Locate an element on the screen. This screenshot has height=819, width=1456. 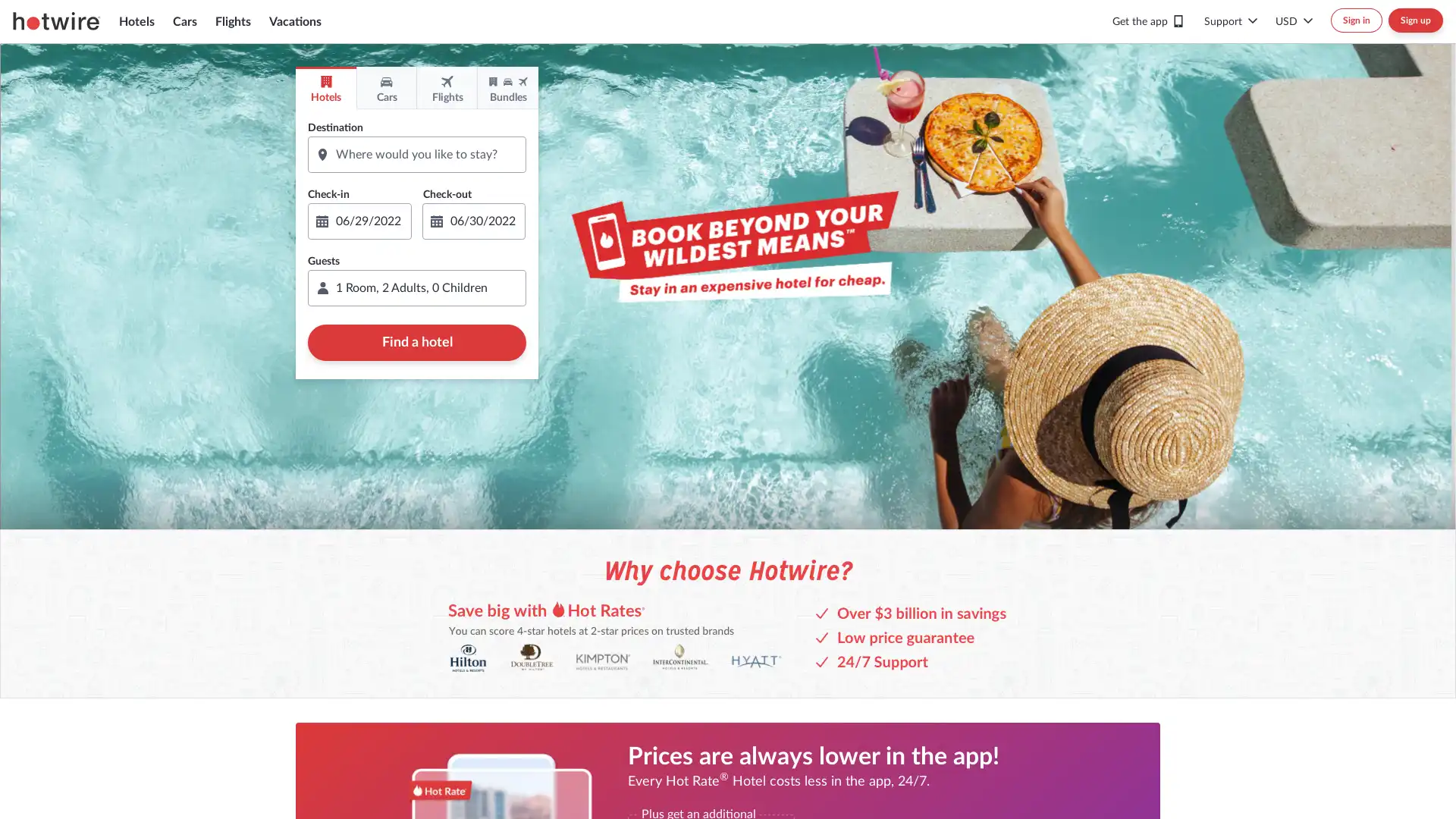
Find a hotel is located at coordinates (417, 342).